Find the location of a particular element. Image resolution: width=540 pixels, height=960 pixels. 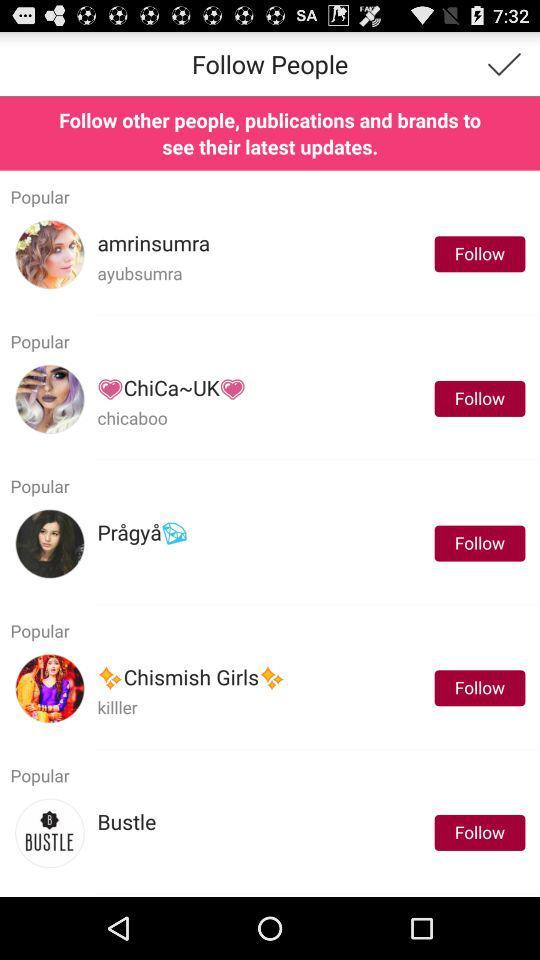

the item next to follow app is located at coordinates (141, 532).